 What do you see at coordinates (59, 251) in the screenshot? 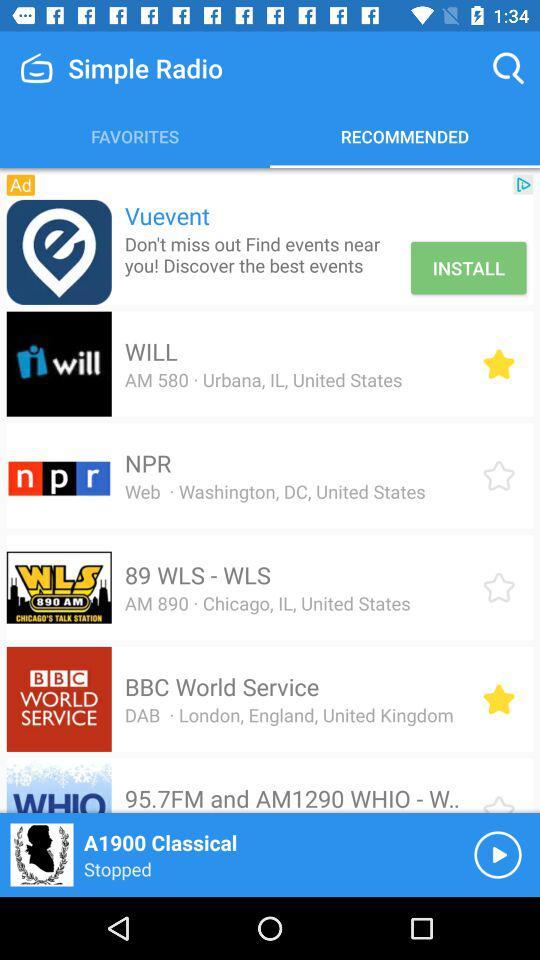
I see `the icon to the left of vuevent item` at bounding box center [59, 251].